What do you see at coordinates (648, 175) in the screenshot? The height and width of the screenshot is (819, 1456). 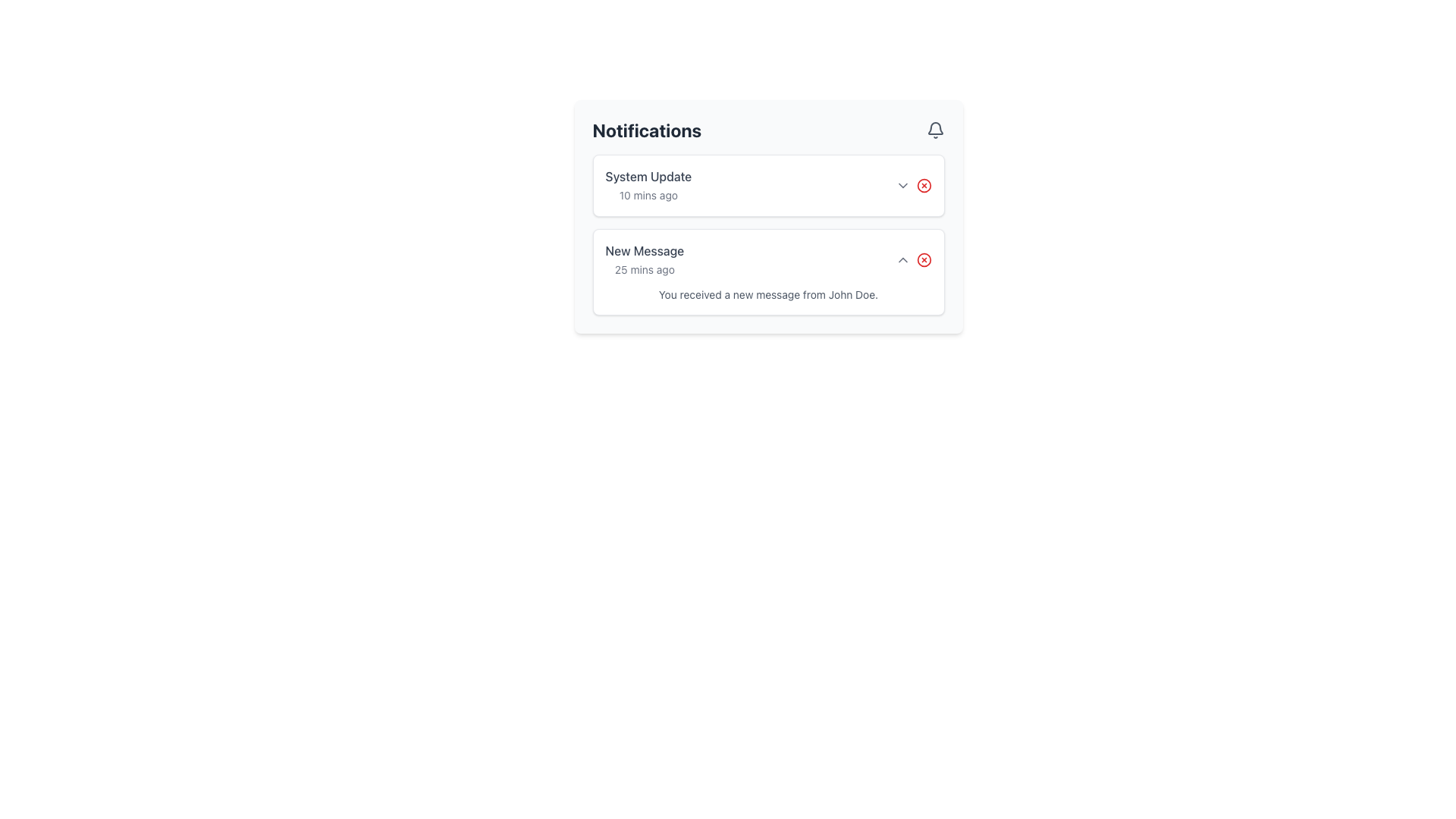 I see `the Text Label that serves as the notification title, which is positioned at the top of the notification card, above the timestamp '10 mins ago'` at bounding box center [648, 175].